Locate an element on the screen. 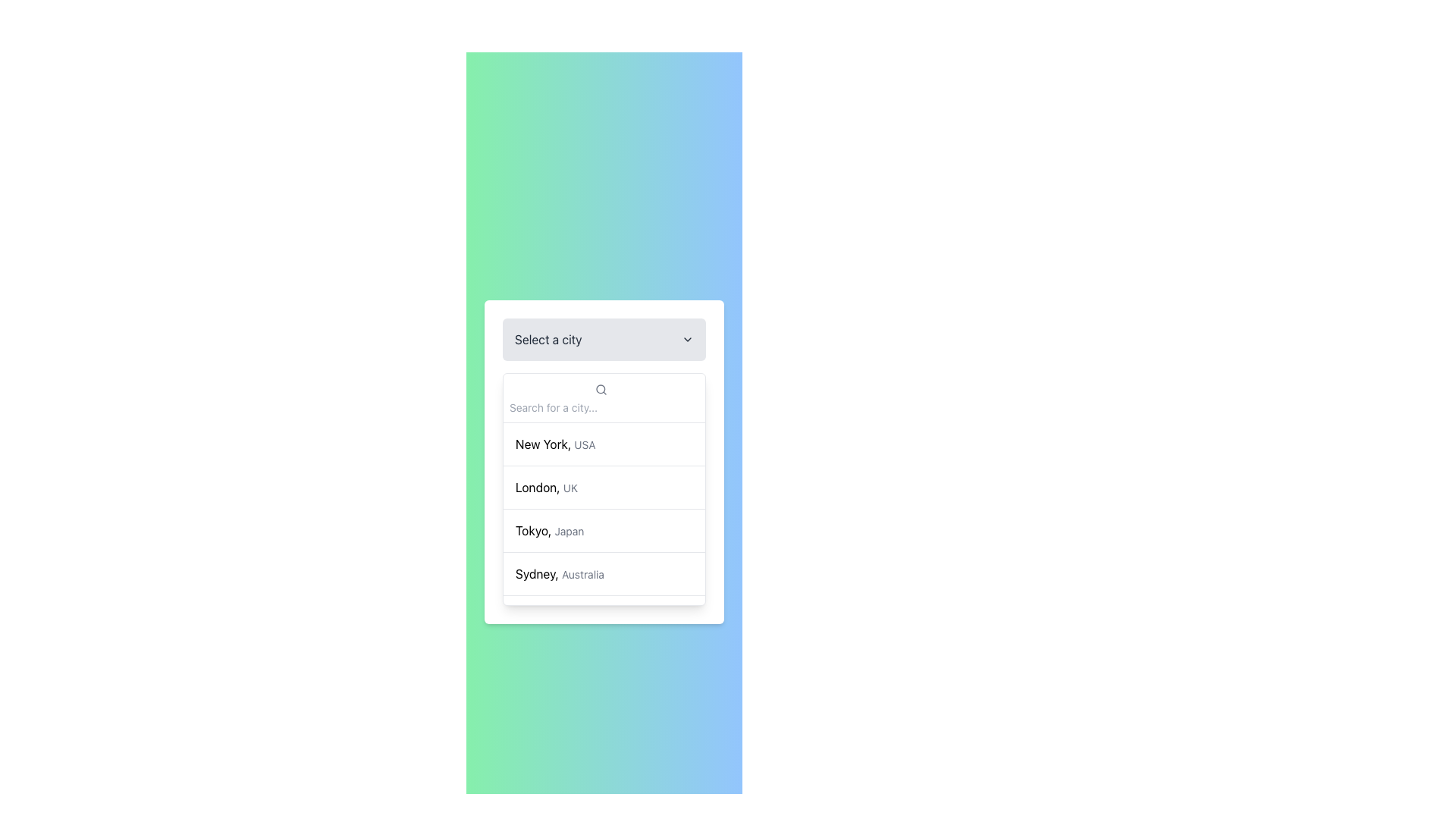 This screenshot has height=819, width=1456. the circular graphical element representing the magnifying glass icon in the search functionality layout is located at coordinates (600, 388).